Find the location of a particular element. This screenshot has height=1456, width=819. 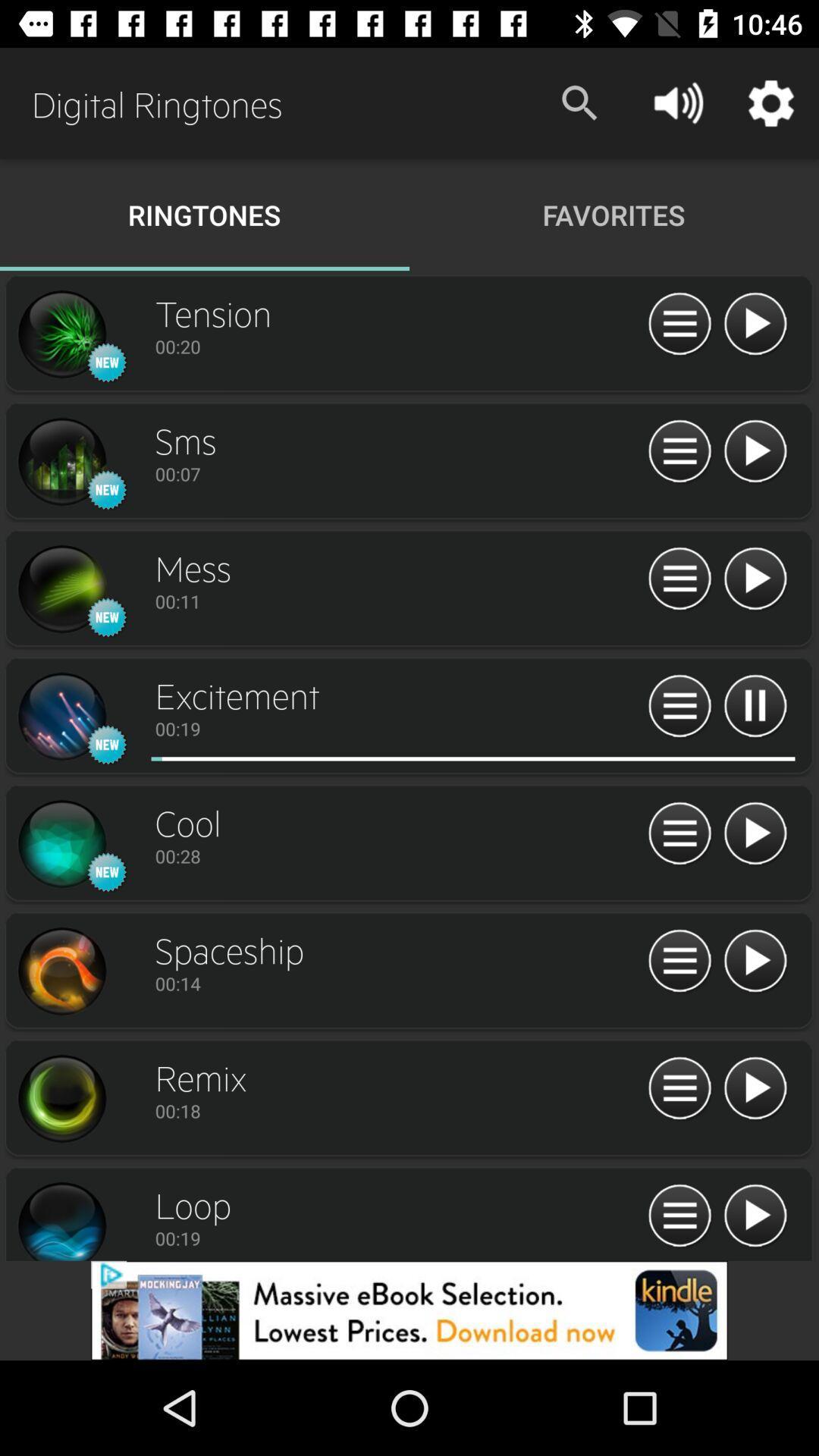

ringtone is located at coordinates (755, 451).